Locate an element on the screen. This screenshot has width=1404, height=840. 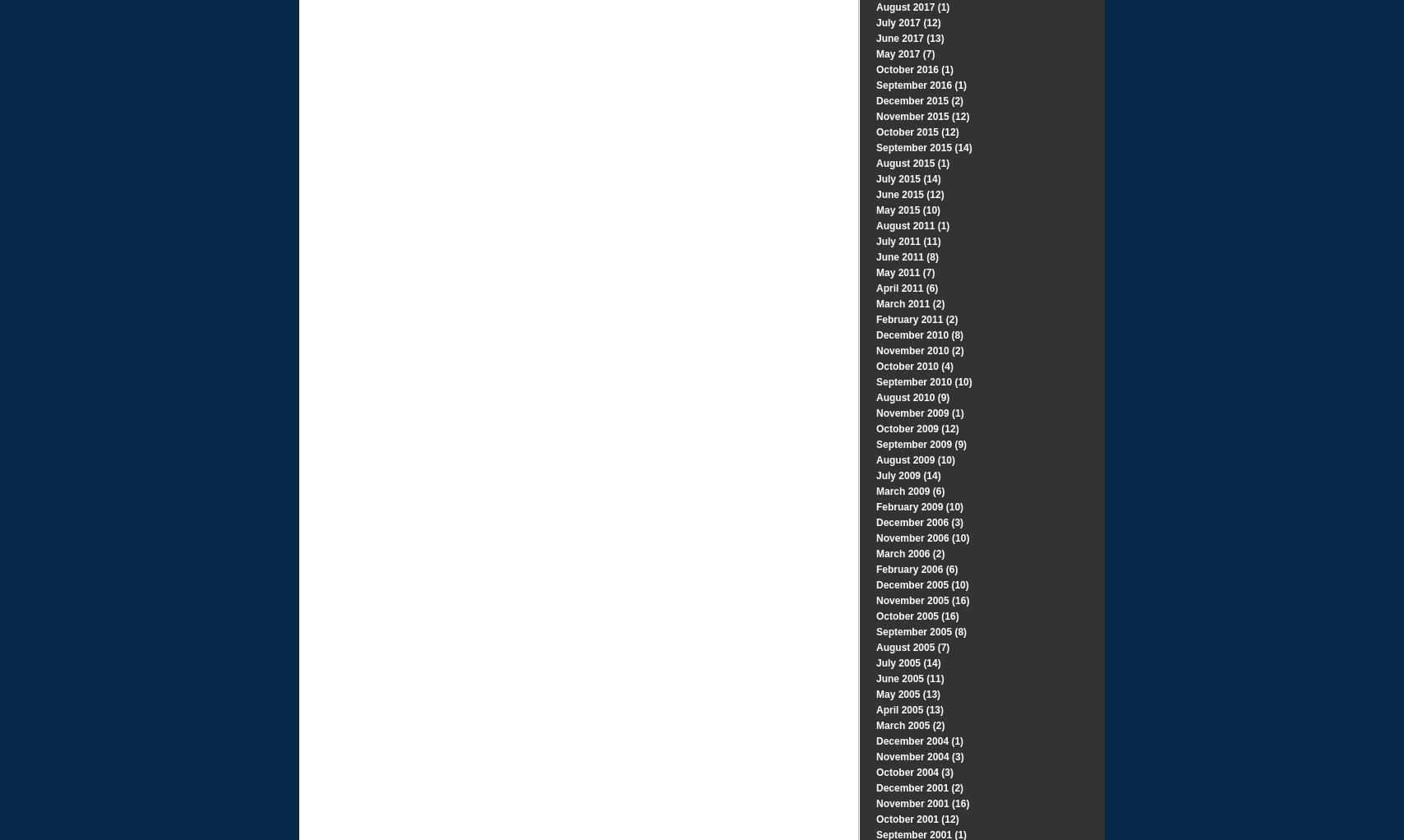
'September 2015 (14)' is located at coordinates (924, 146).